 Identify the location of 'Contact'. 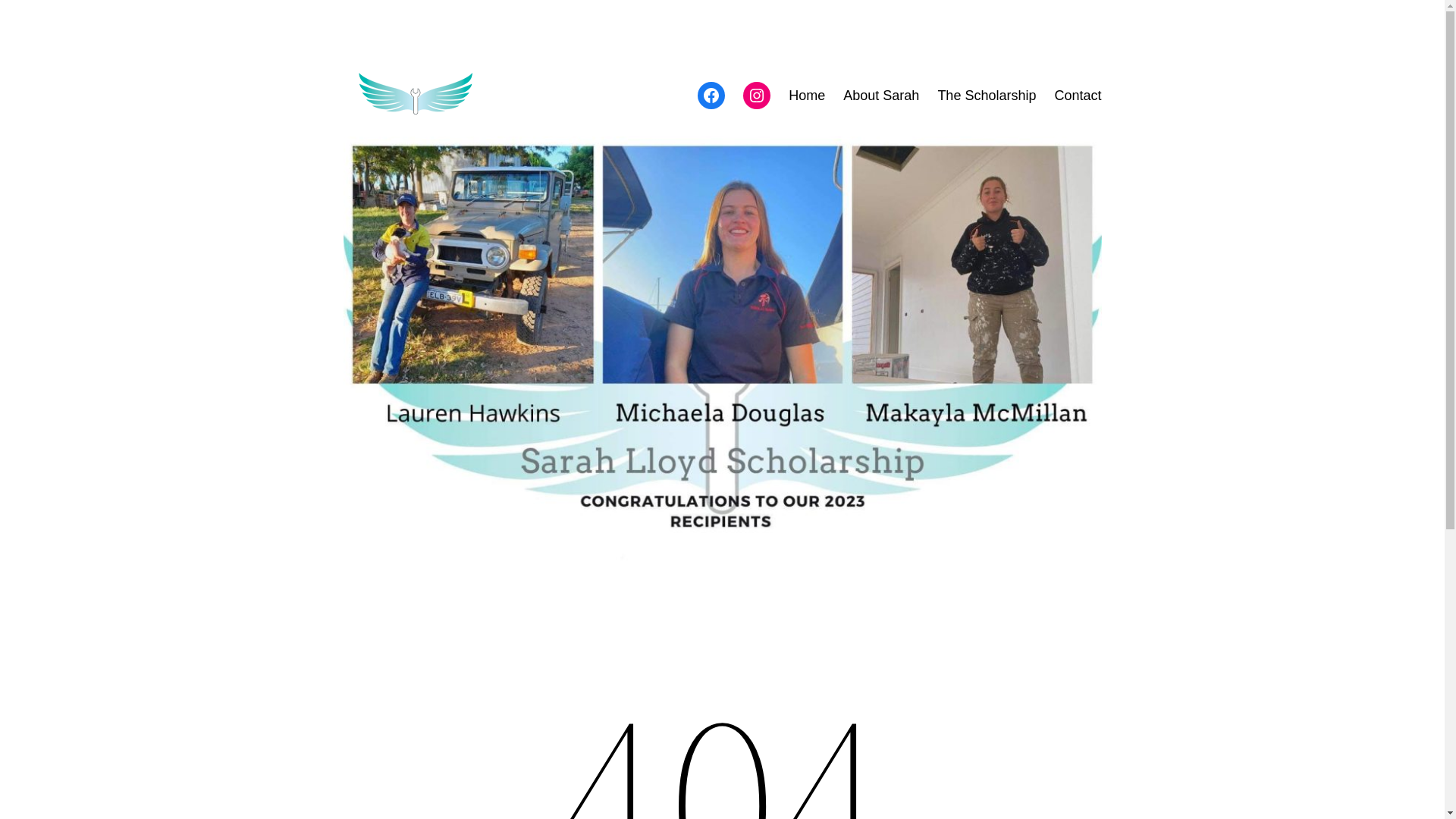
(1076, 96).